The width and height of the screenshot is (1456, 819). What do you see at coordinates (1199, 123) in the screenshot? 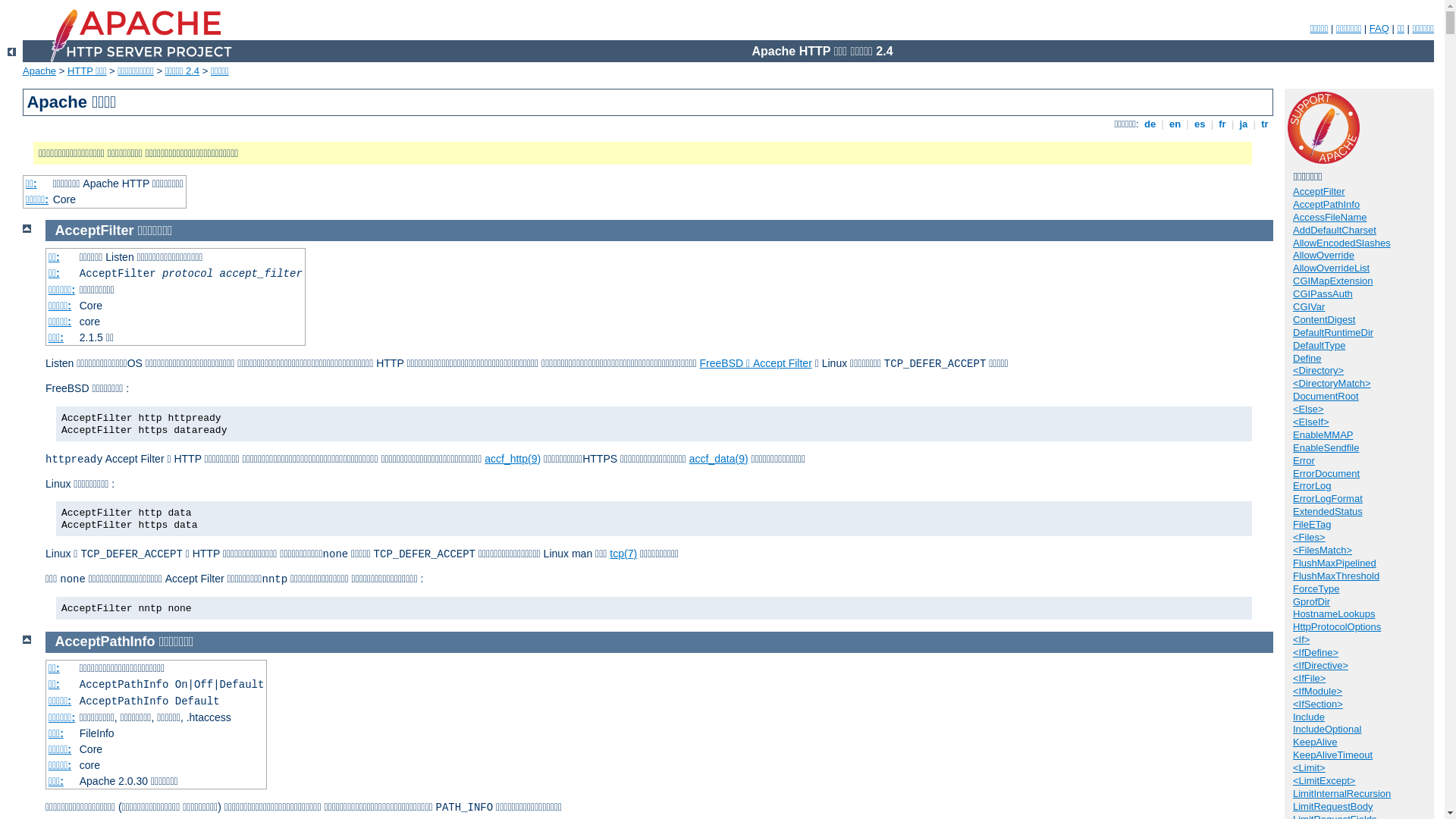
I see `' es '` at bounding box center [1199, 123].